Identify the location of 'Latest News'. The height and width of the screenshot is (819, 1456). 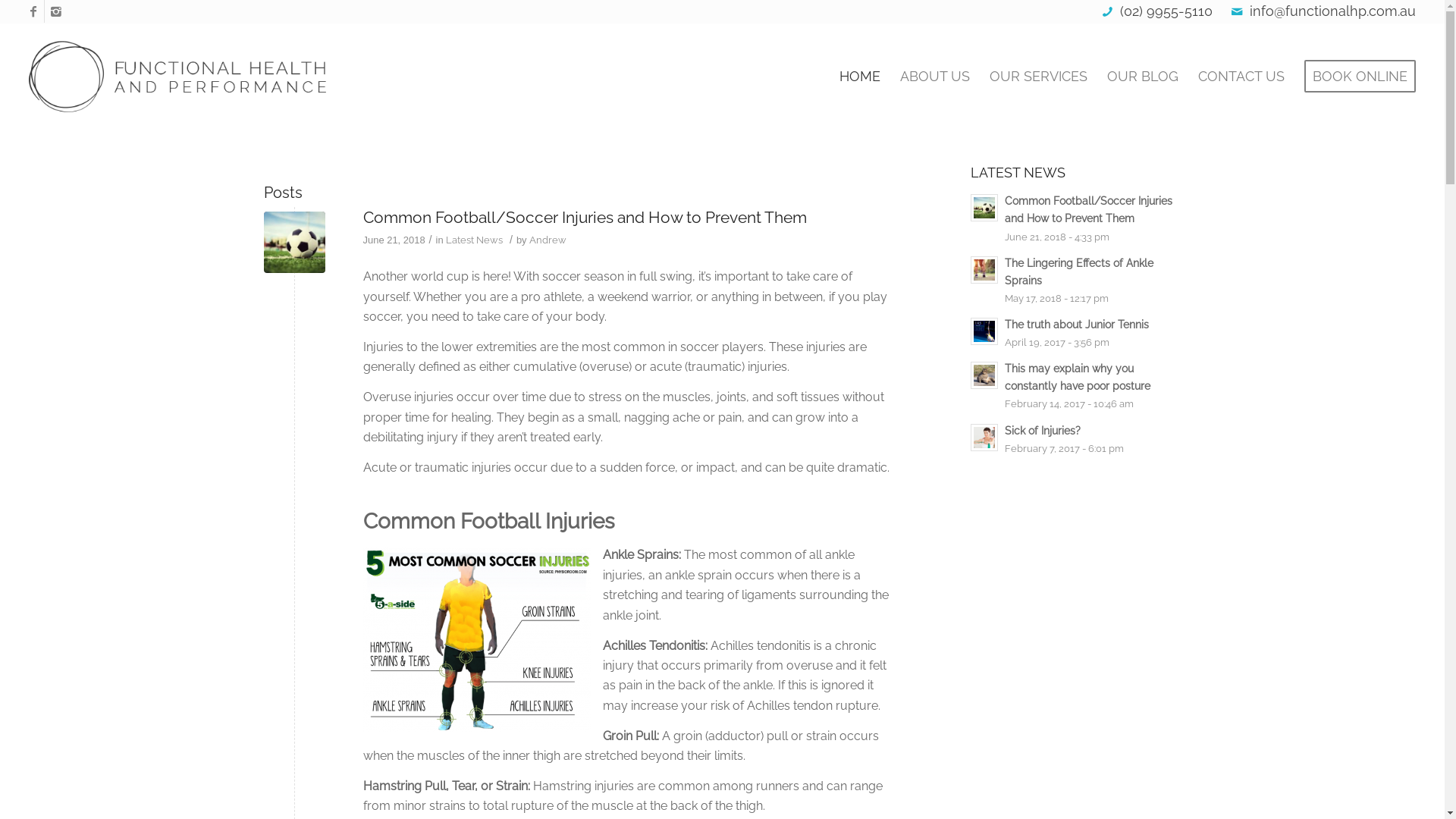
(473, 239).